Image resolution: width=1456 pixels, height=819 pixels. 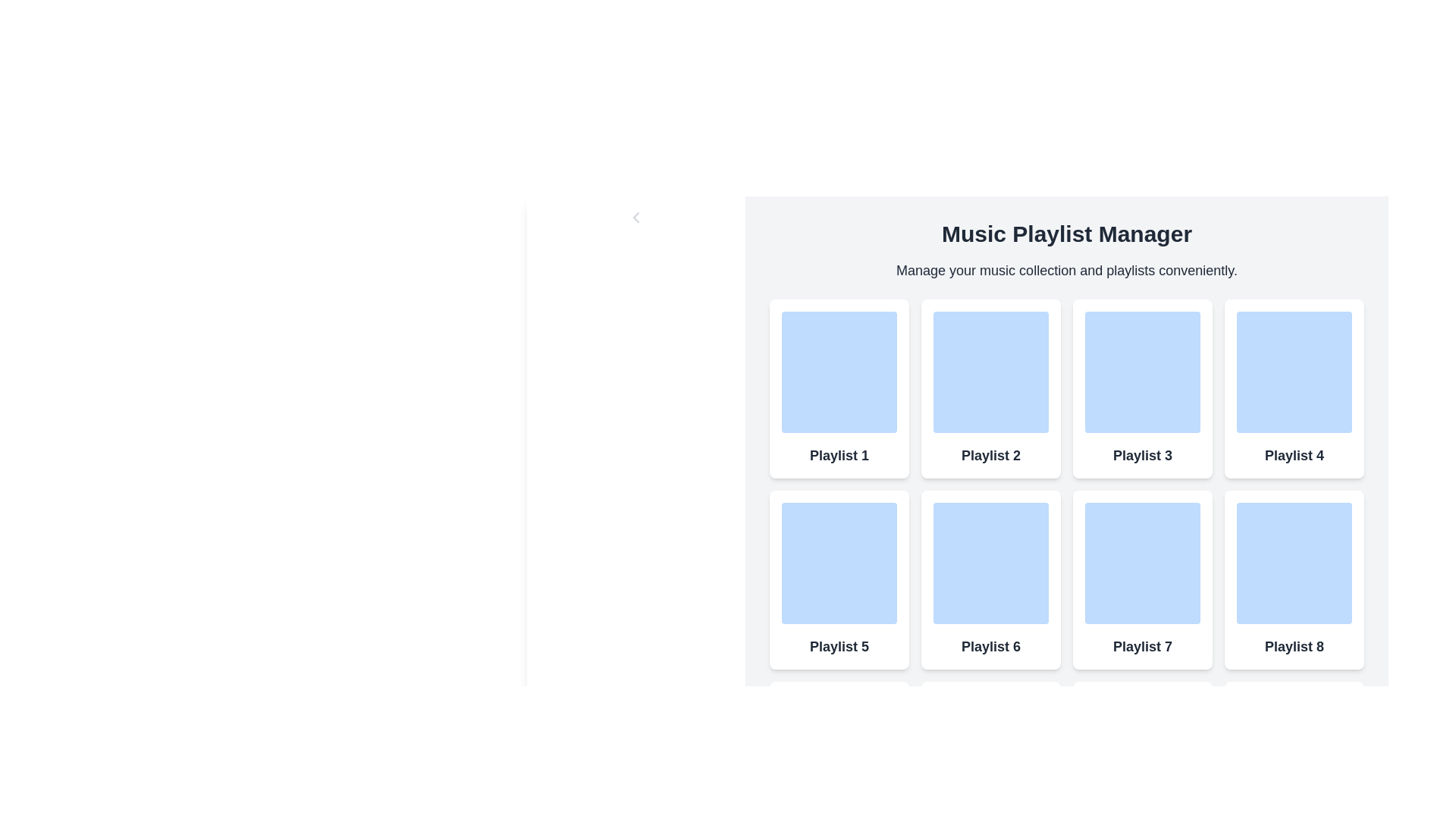 What do you see at coordinates (1065, 270) in the screenshot?
I see `descriptive text label located below the header 'Music Playlist Manager', which provides instructions for managing music collections and playlists` at bounding box center [1065, 270].